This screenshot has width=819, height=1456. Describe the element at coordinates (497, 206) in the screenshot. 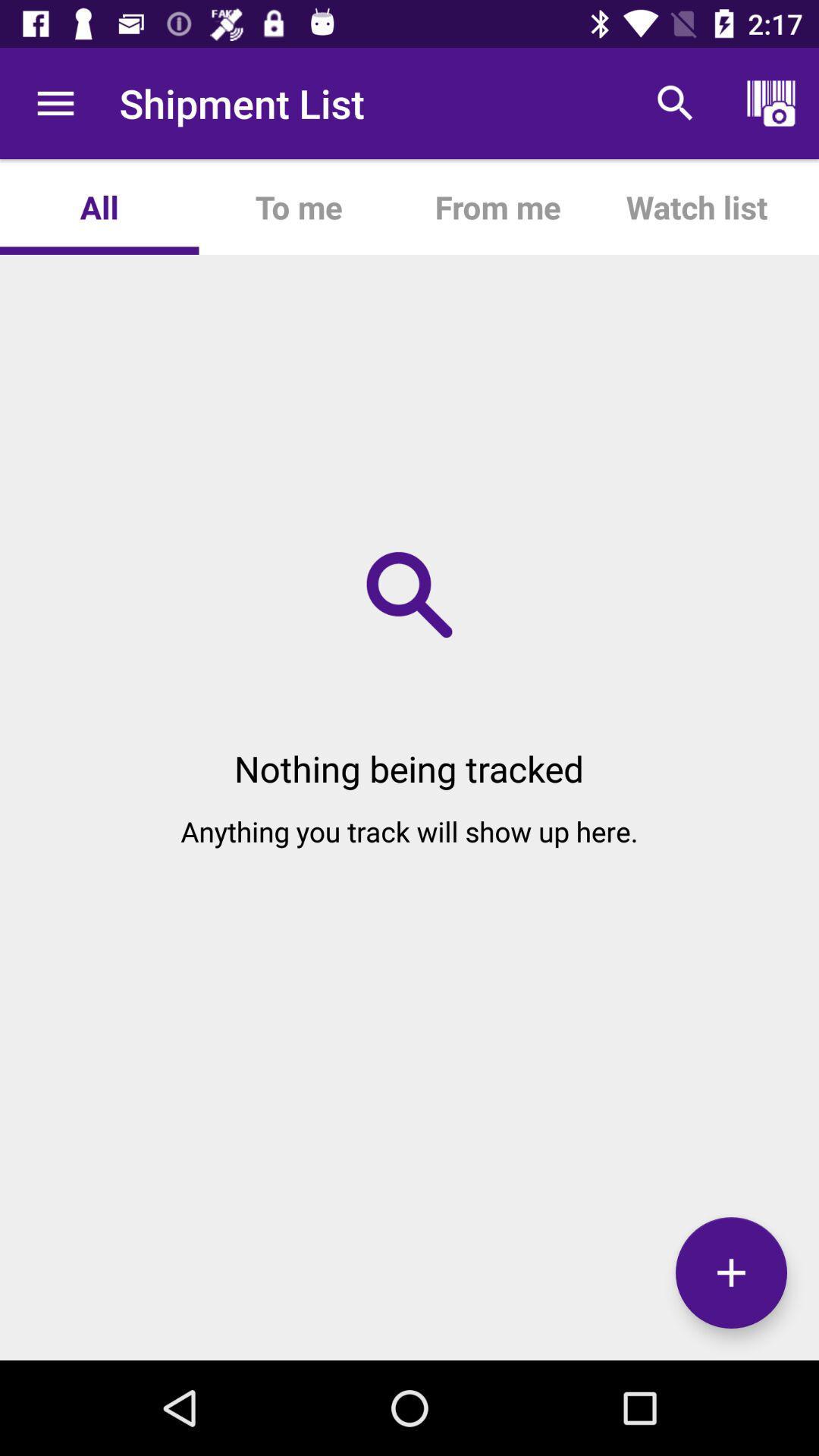

I see `the app to the left of the watch list item` at that location.